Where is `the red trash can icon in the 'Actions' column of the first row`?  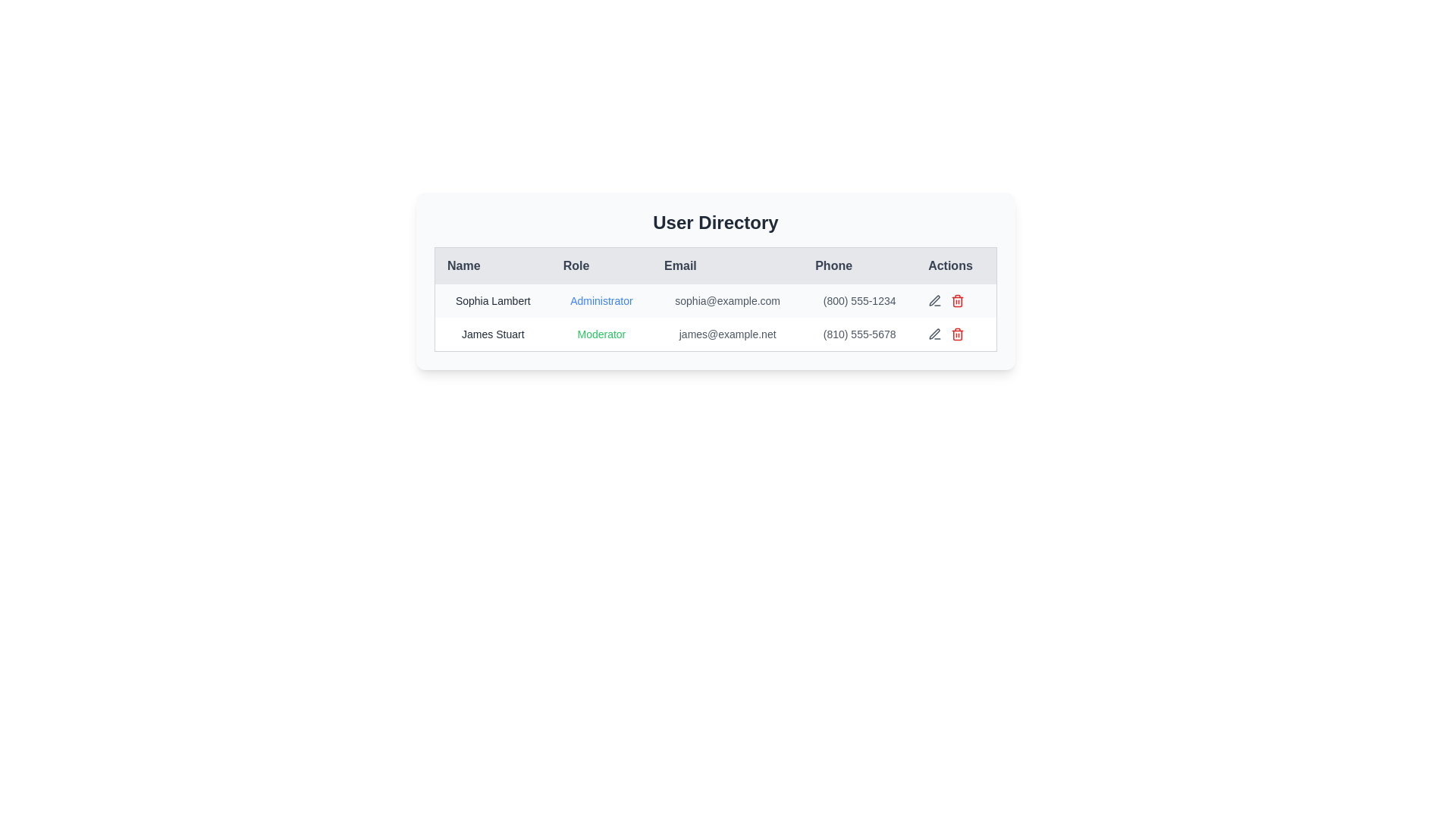
the red trash can icon in the 'Actions' column of the first row is located at coordinates (955, 301).